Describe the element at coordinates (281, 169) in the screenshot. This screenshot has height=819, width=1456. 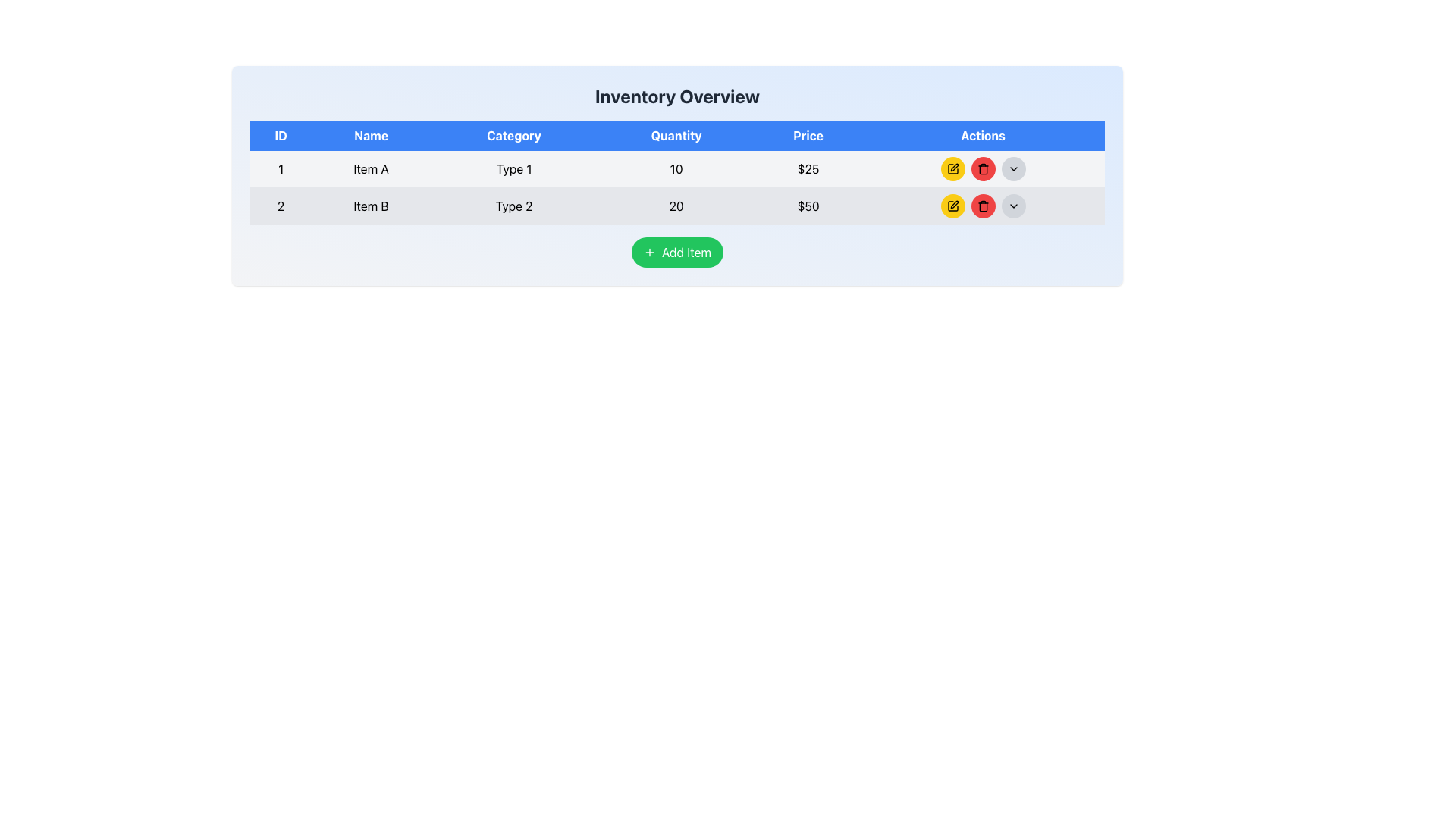
I see `the static textual display element that represents the identifier of the first item in the table, located in the first cell under the 'ID' header` at that location.